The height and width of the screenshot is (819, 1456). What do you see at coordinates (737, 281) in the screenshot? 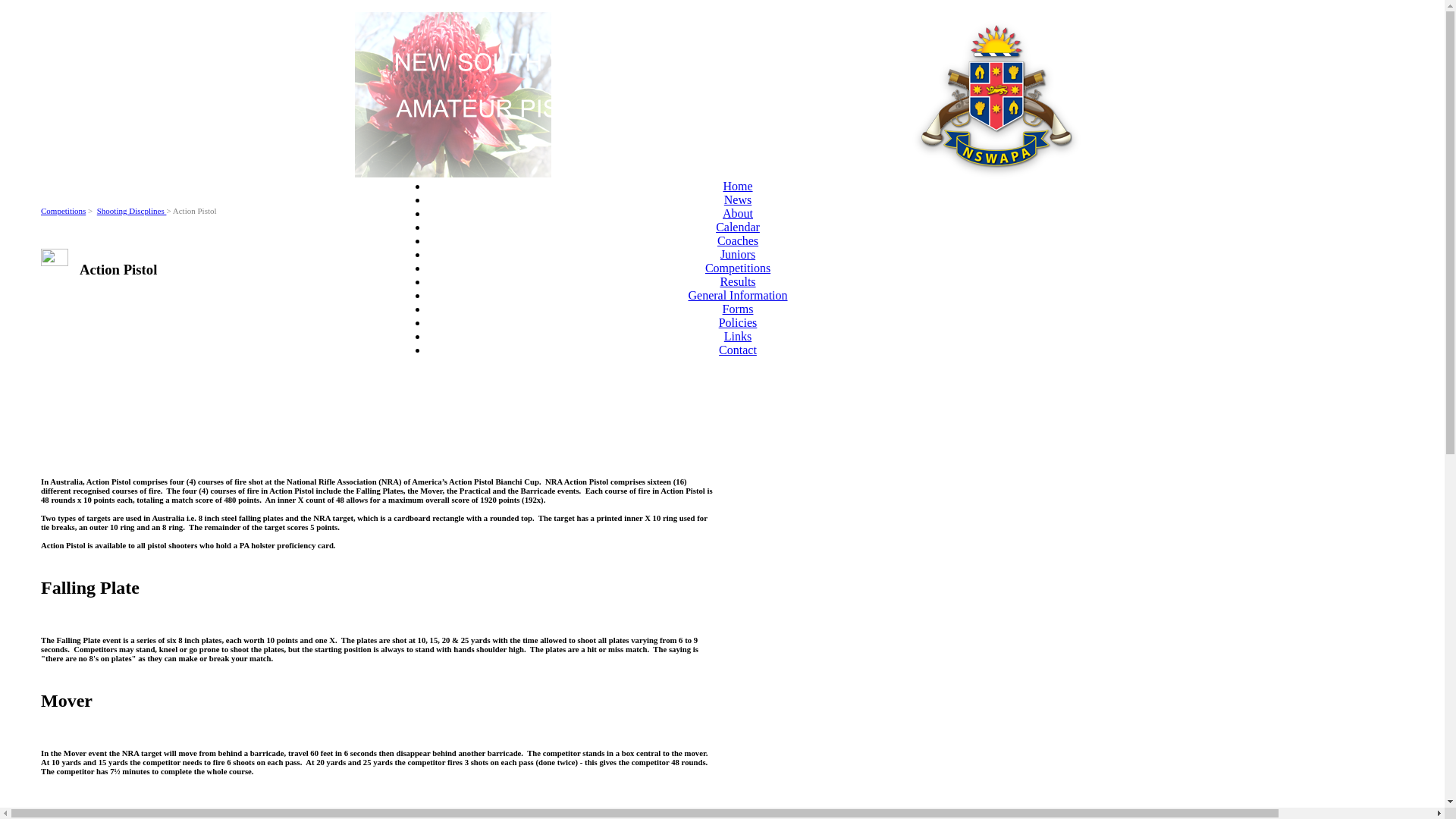
I see `'Results'` at bounding box center [737, 281].